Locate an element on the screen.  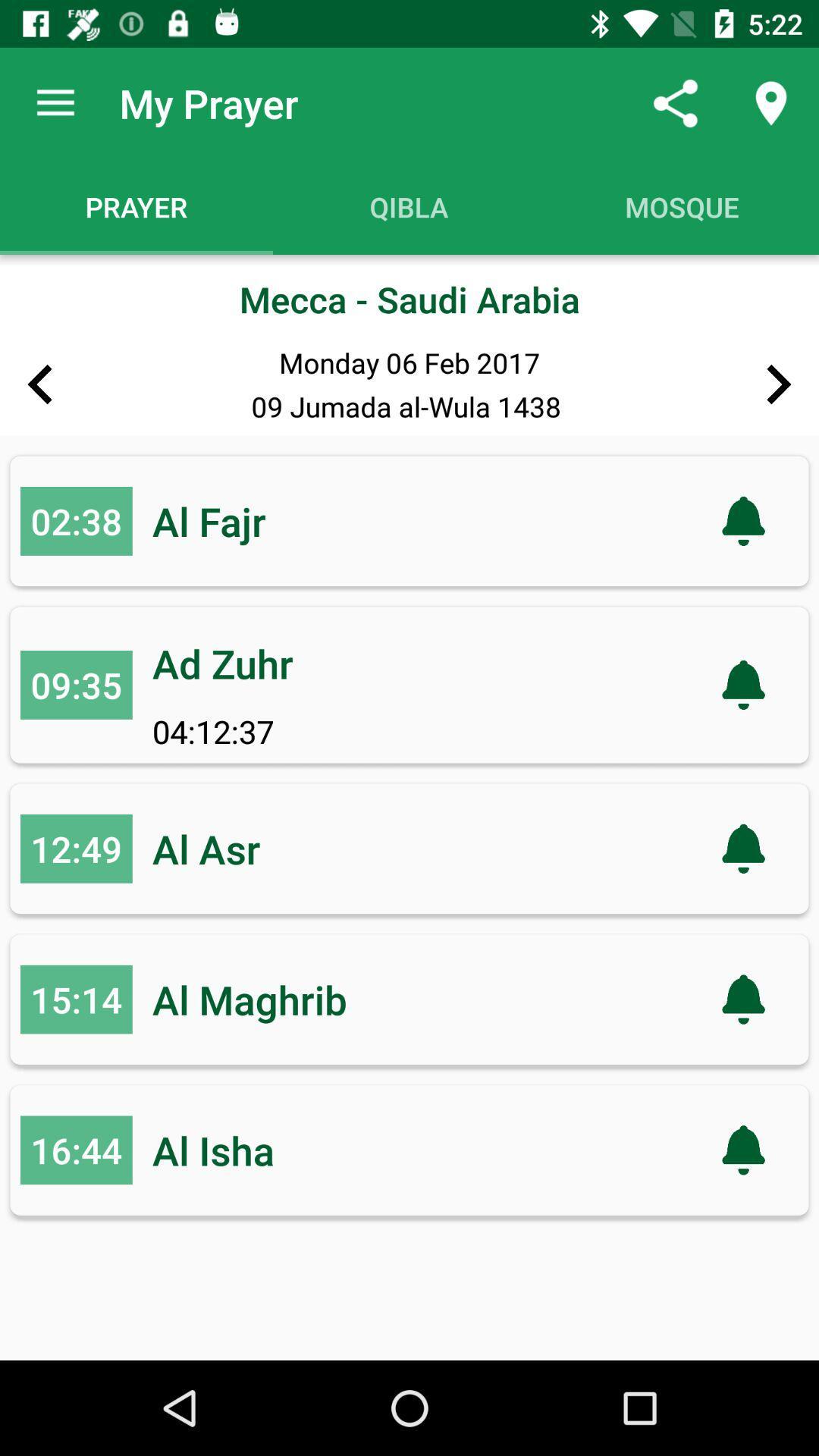
09:35 item is located at coordinates (76, 684).